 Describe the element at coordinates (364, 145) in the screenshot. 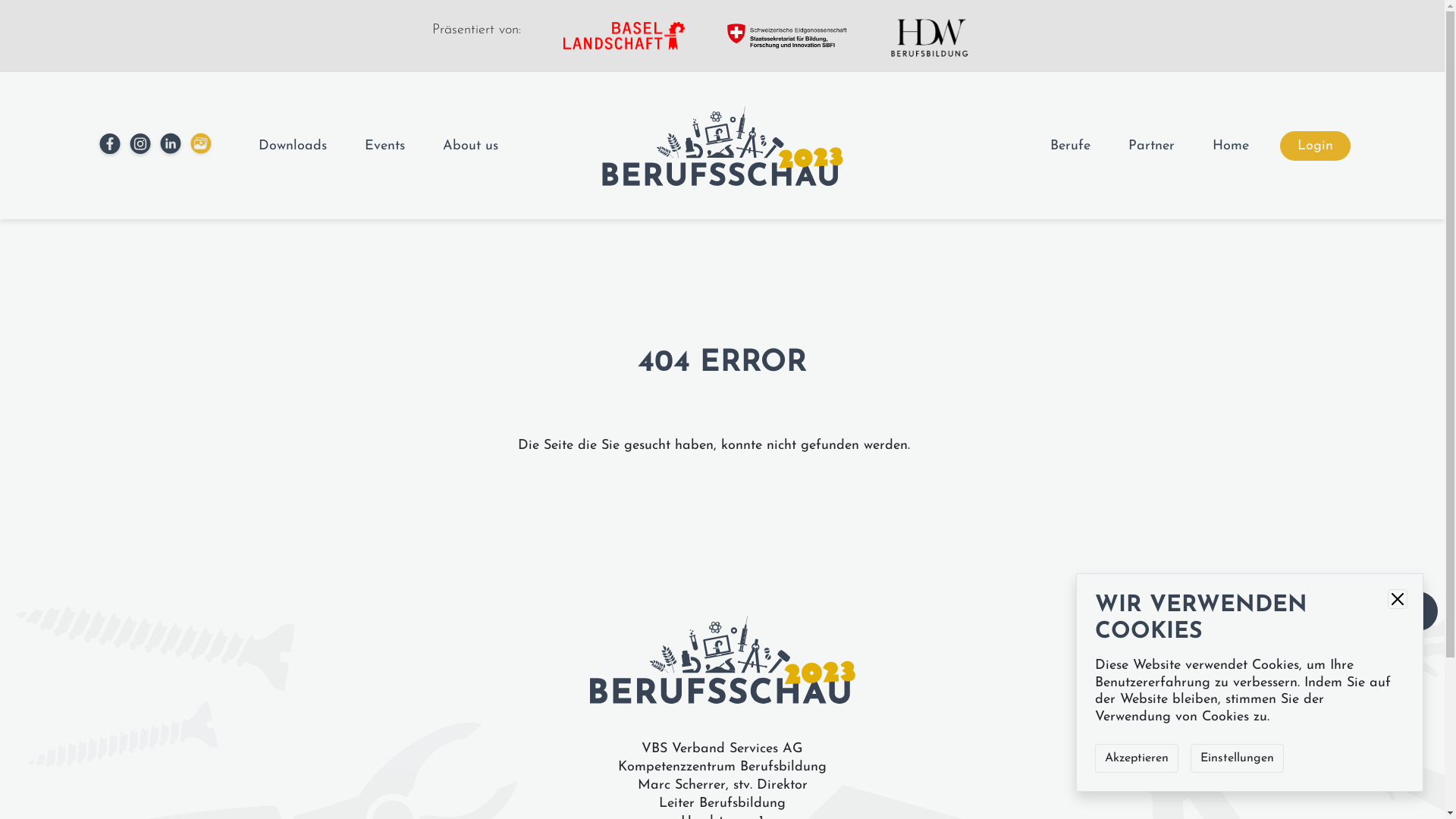

I see `'Events'` at that location.